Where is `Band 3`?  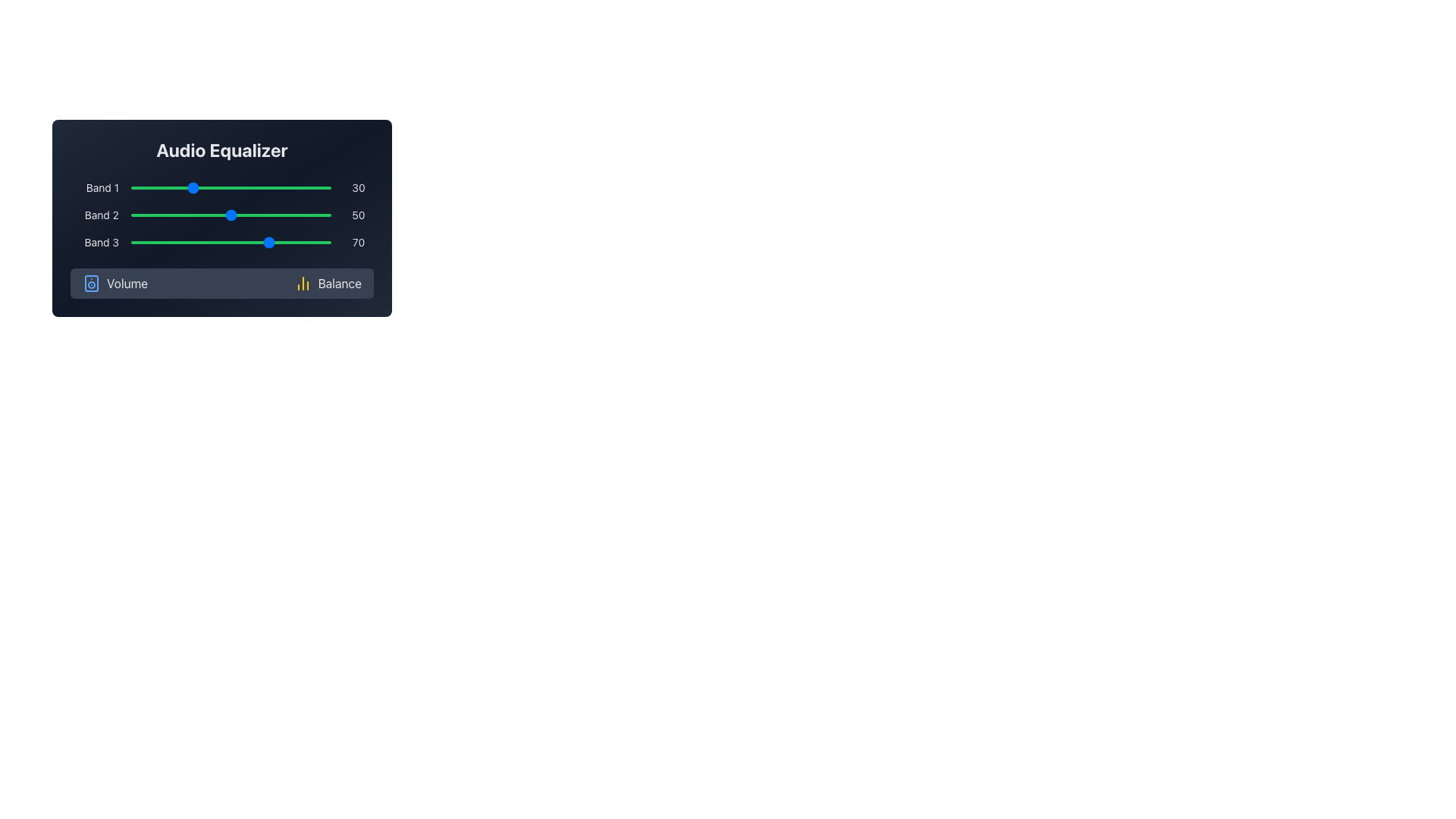
Band 3 is located at coordinates (299, 242).